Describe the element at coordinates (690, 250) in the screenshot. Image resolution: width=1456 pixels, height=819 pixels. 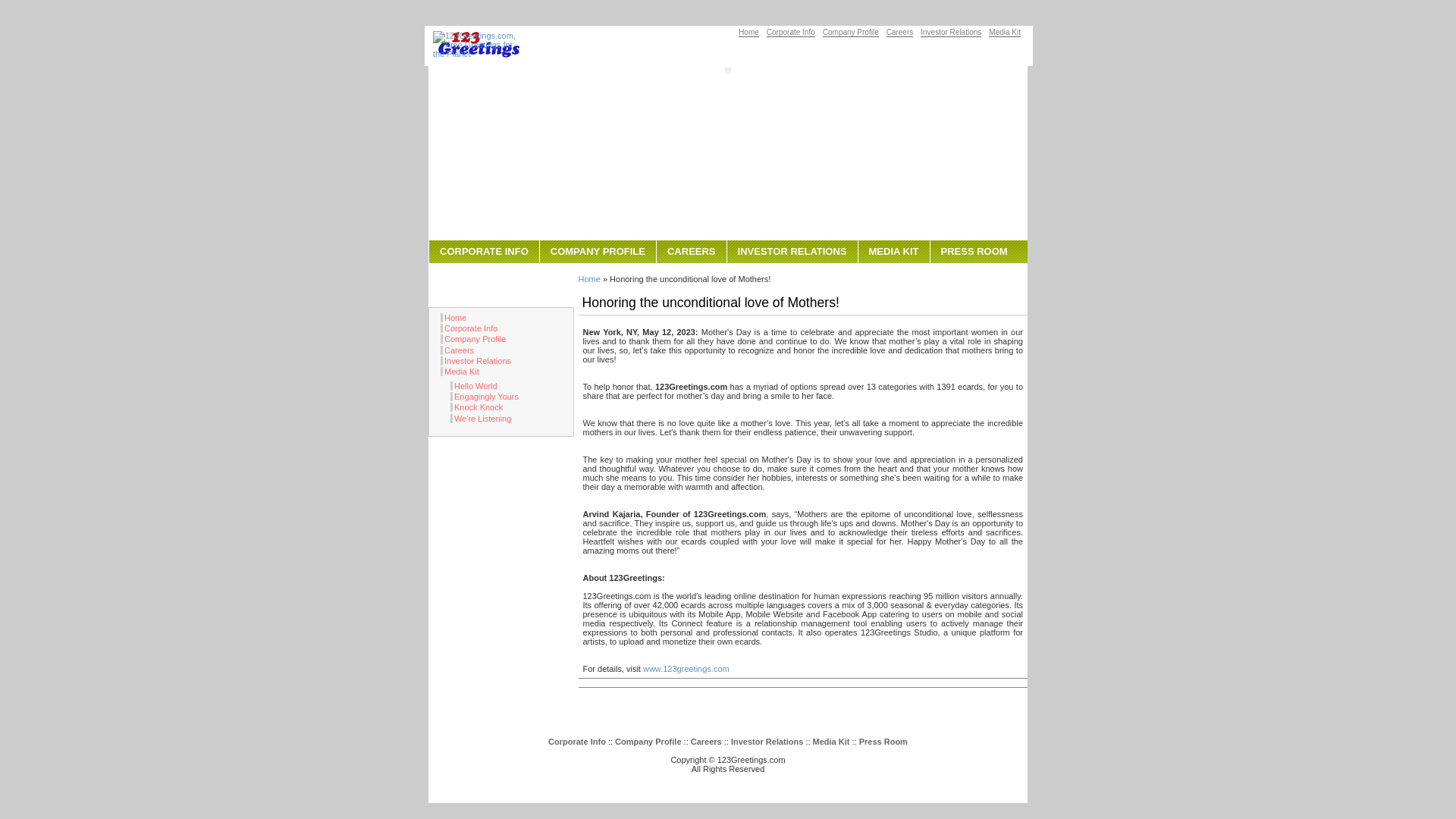
I see `'CAREERS'` at that location.